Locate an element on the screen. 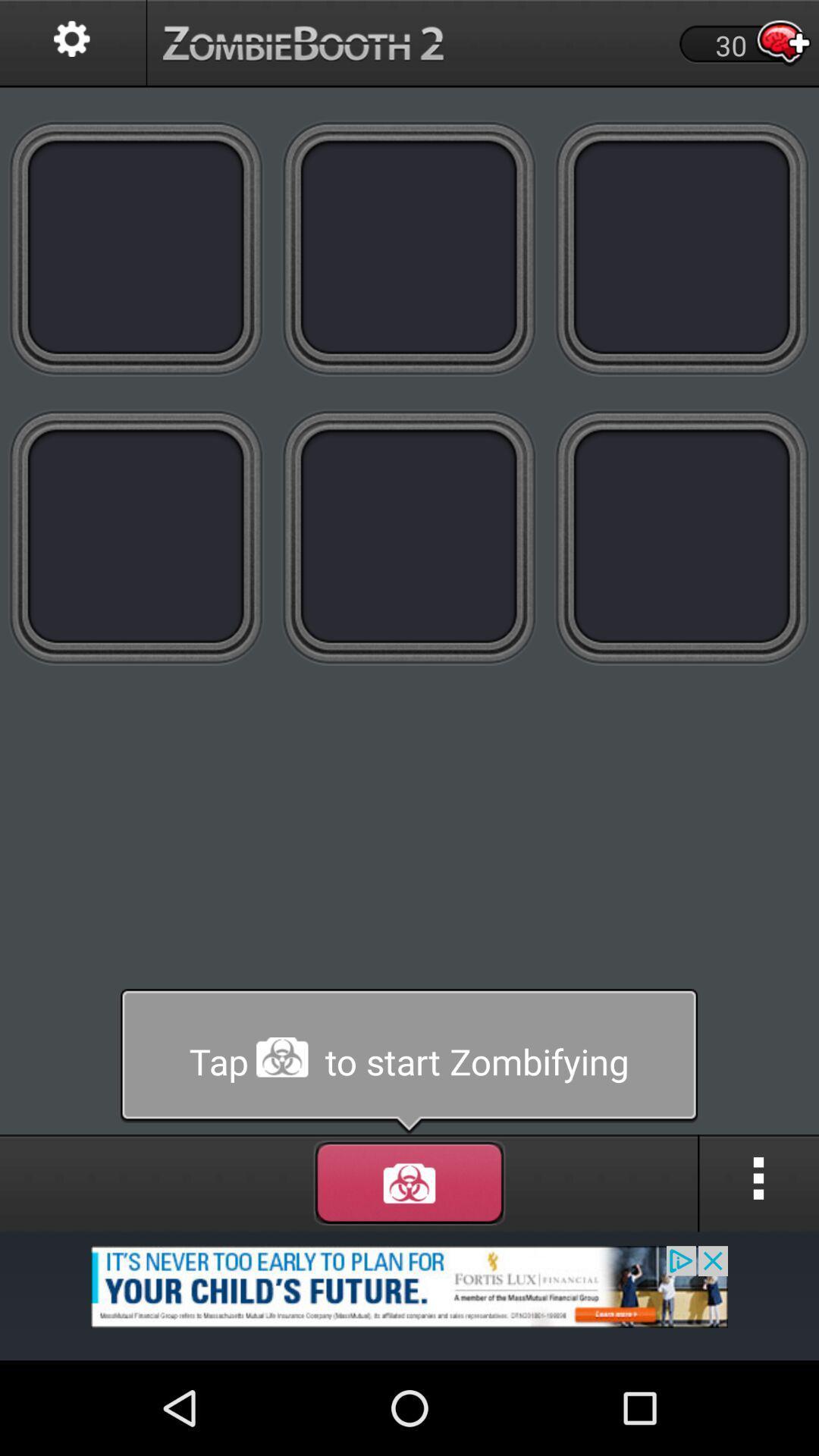  menu icon is located at coordinates (759, 1182).